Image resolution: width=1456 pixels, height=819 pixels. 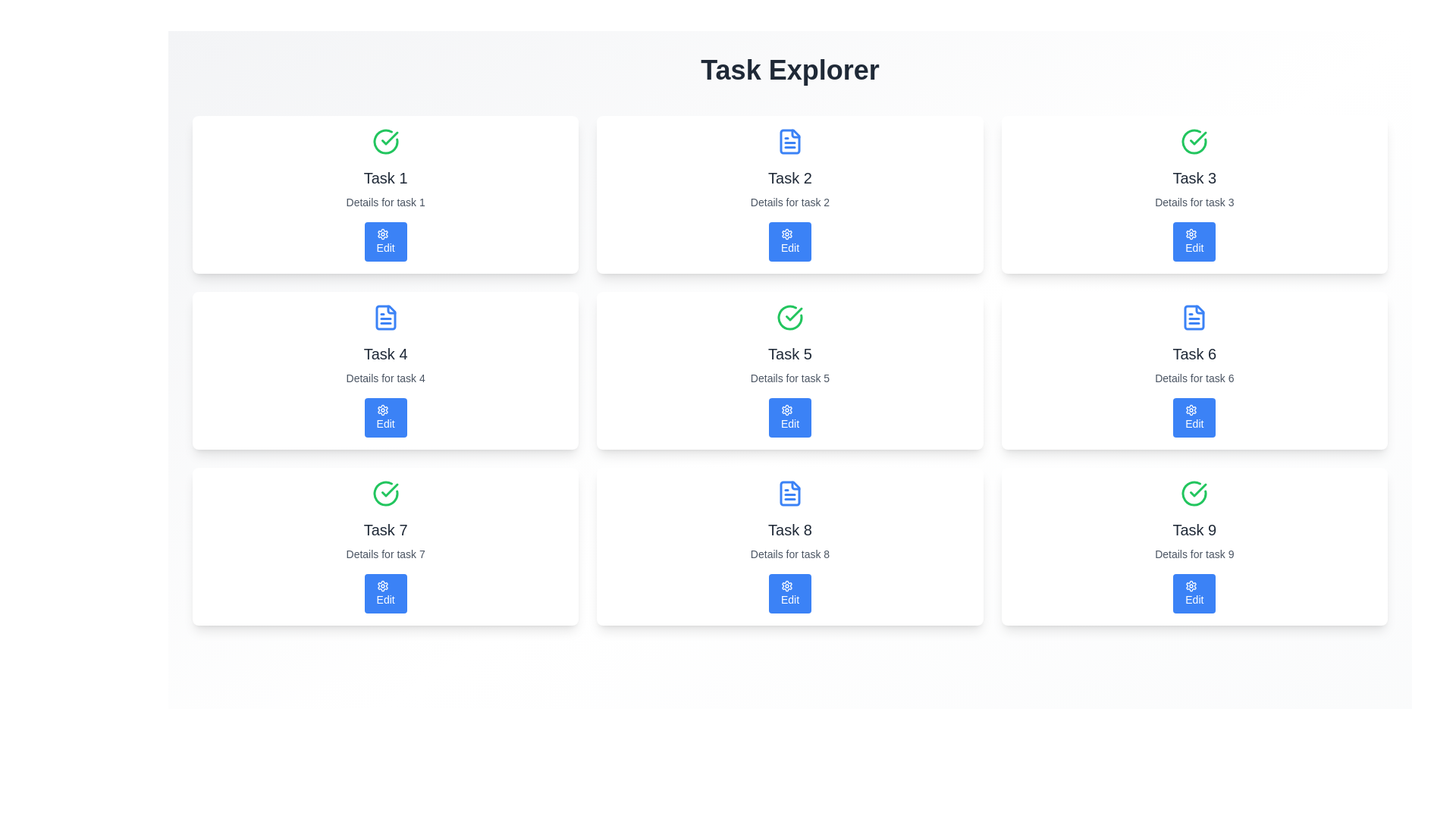 I want to click on the text label displaying 'Details for task 5', which is styled in a small, gray font and positioned directly below the 'Task 5' label, so click(x=789, y=377).